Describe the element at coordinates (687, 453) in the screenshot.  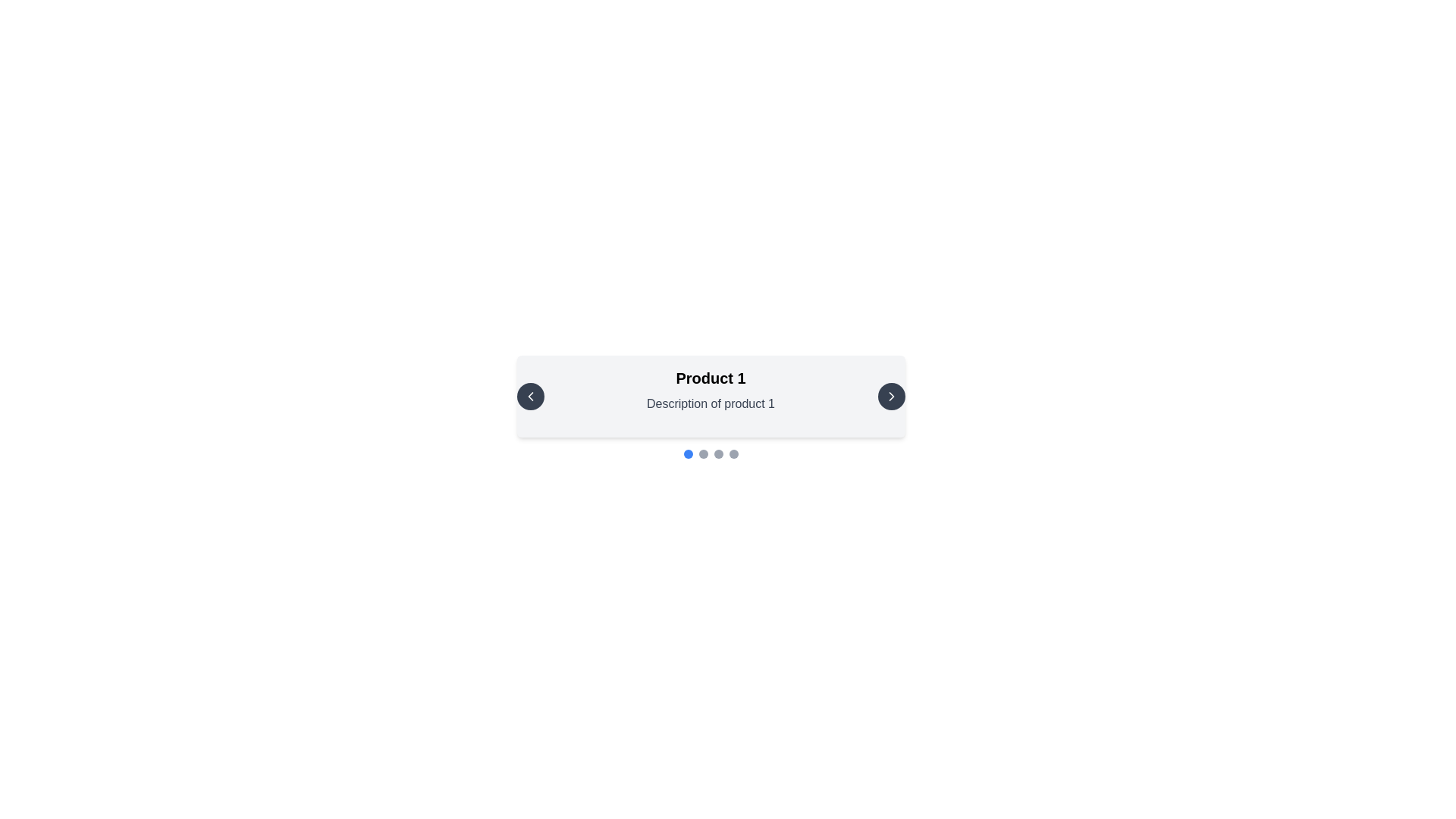
I see `the first circular interactive indicator in a carousel, which is solid blue and positioned at the center bottom of the interface` at that location.